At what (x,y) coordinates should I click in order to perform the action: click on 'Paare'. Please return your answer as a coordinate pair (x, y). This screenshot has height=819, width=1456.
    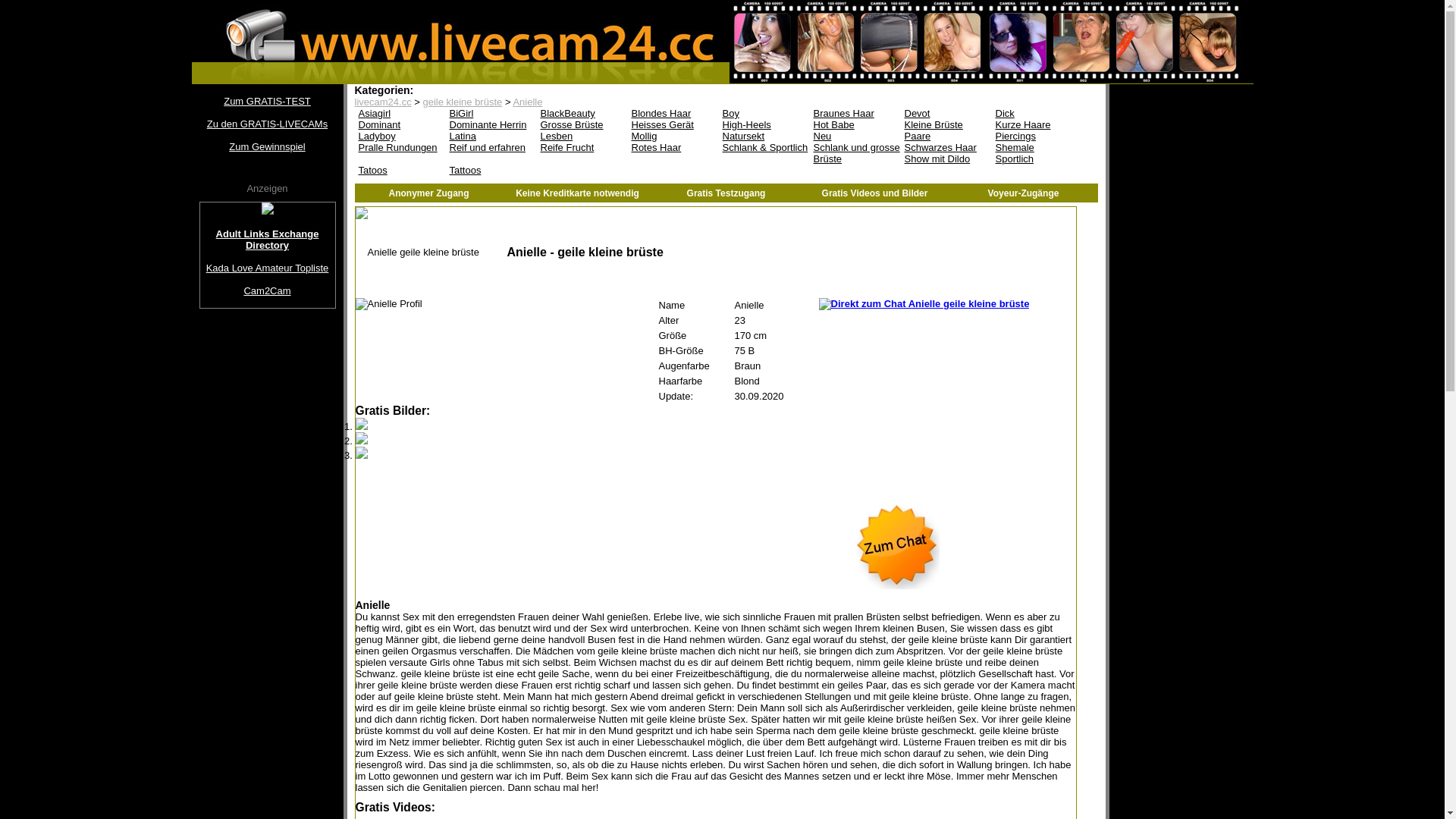
    Looking at the image, I should click on (946, 135).